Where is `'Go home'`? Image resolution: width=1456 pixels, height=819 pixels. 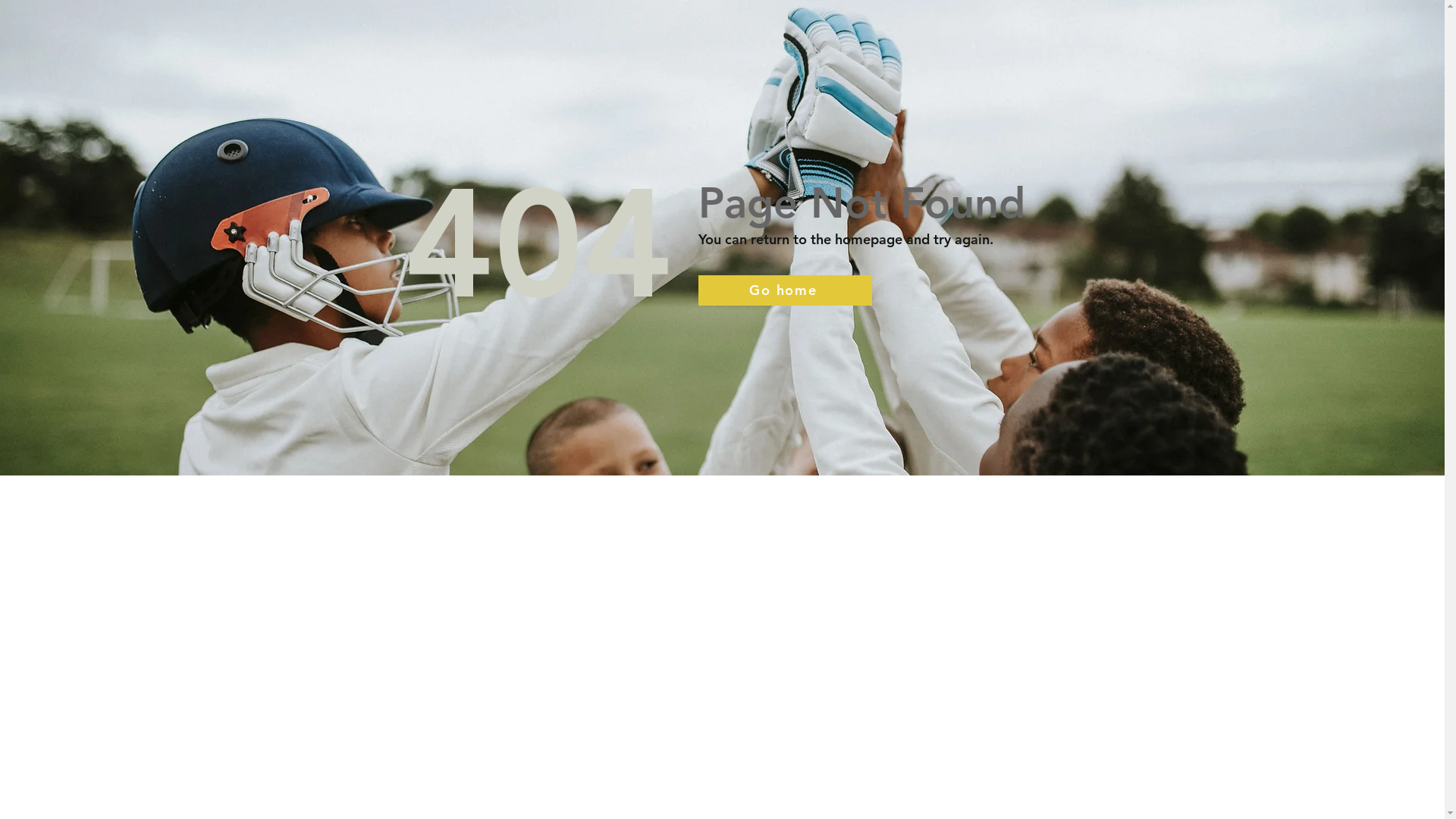
'Go home' is located at coordinates (784, 290).